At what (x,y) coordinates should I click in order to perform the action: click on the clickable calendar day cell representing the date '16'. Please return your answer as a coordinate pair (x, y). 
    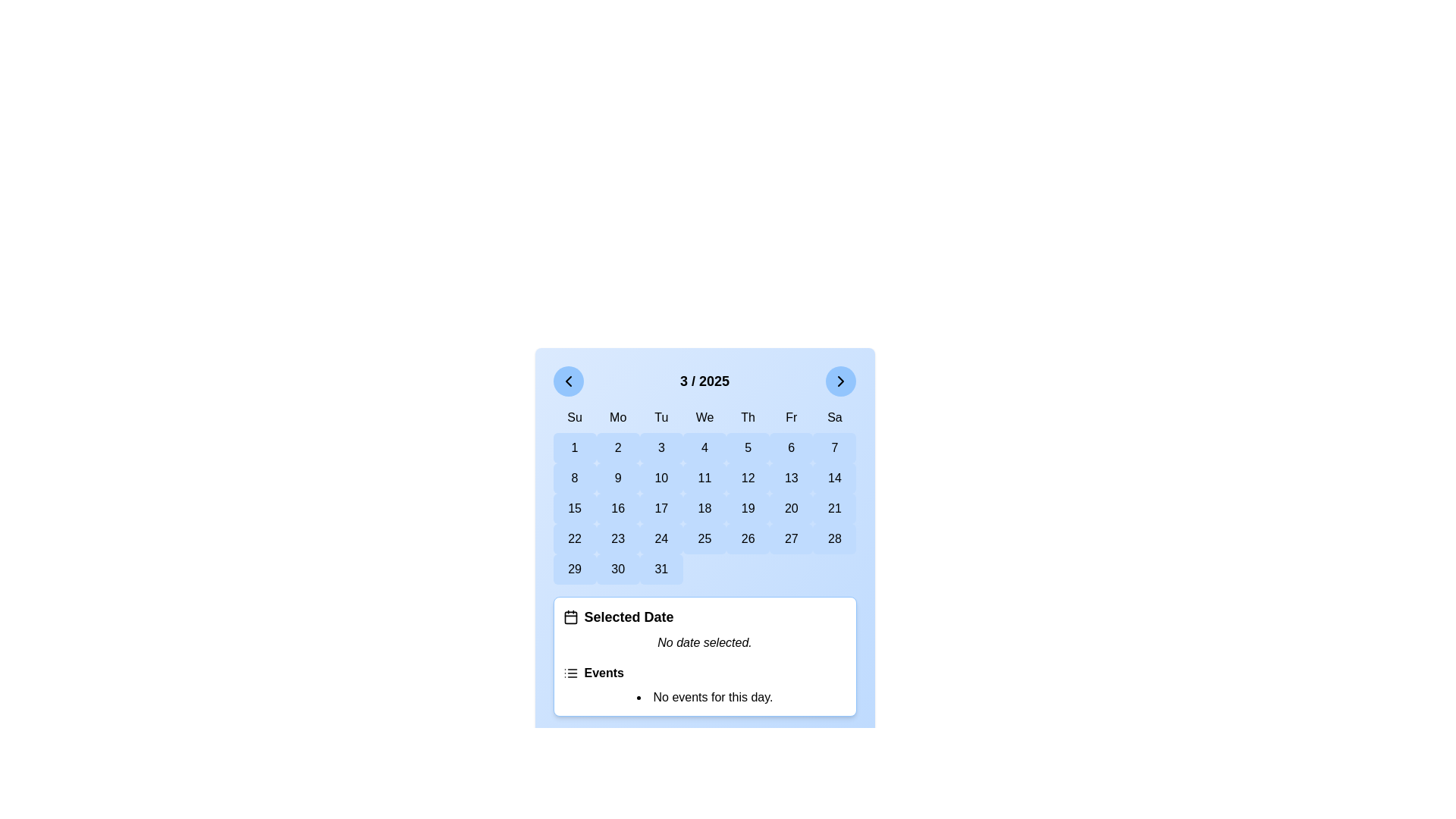
    Looking at the image, I should click on (618, 509).